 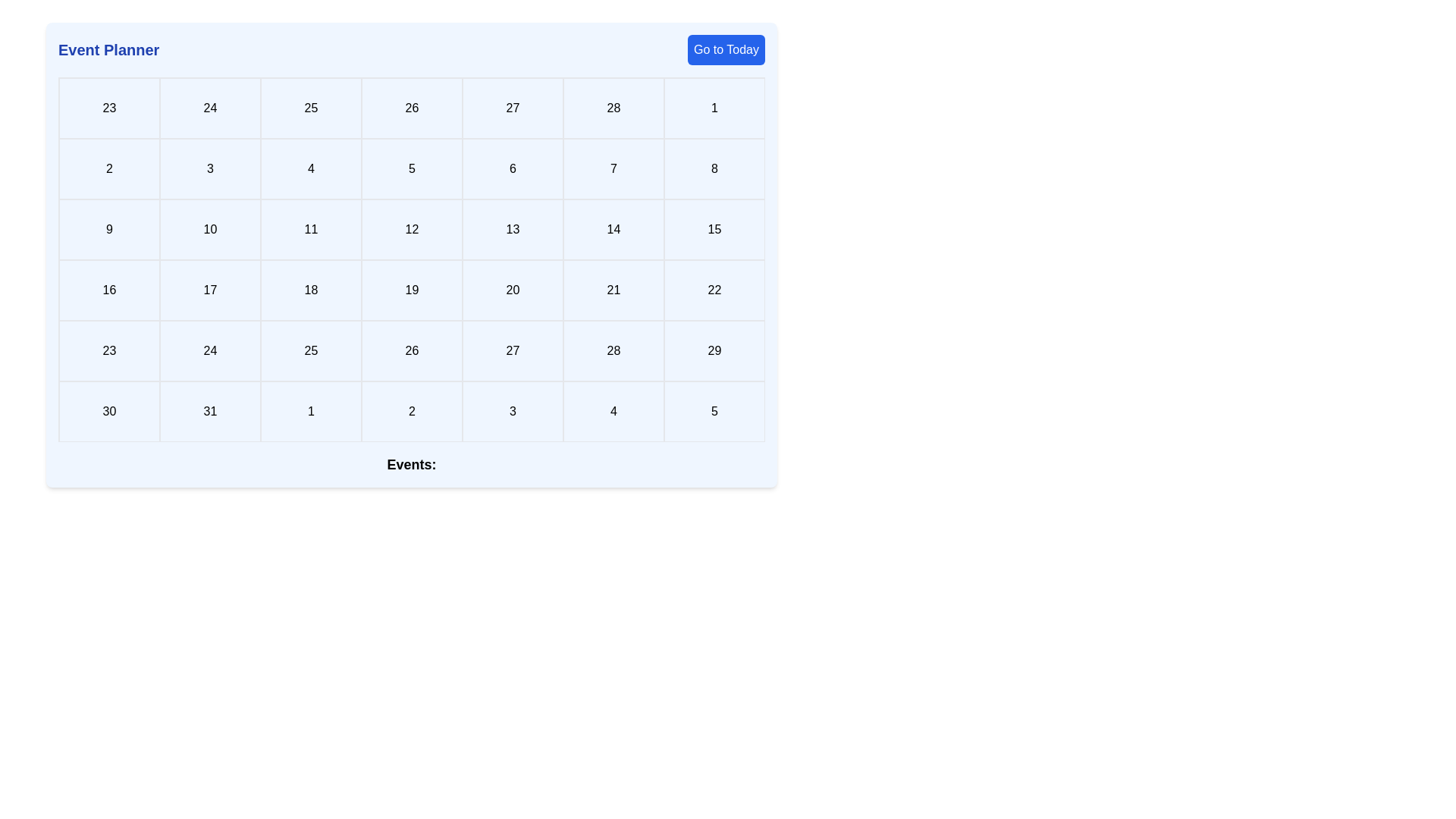 I want to click on the grid cell representing a date or numbered item located in the fourth row, third column of the grid, which is positioned between the cells displaying '17' and '19', so click(x=310, y=290).